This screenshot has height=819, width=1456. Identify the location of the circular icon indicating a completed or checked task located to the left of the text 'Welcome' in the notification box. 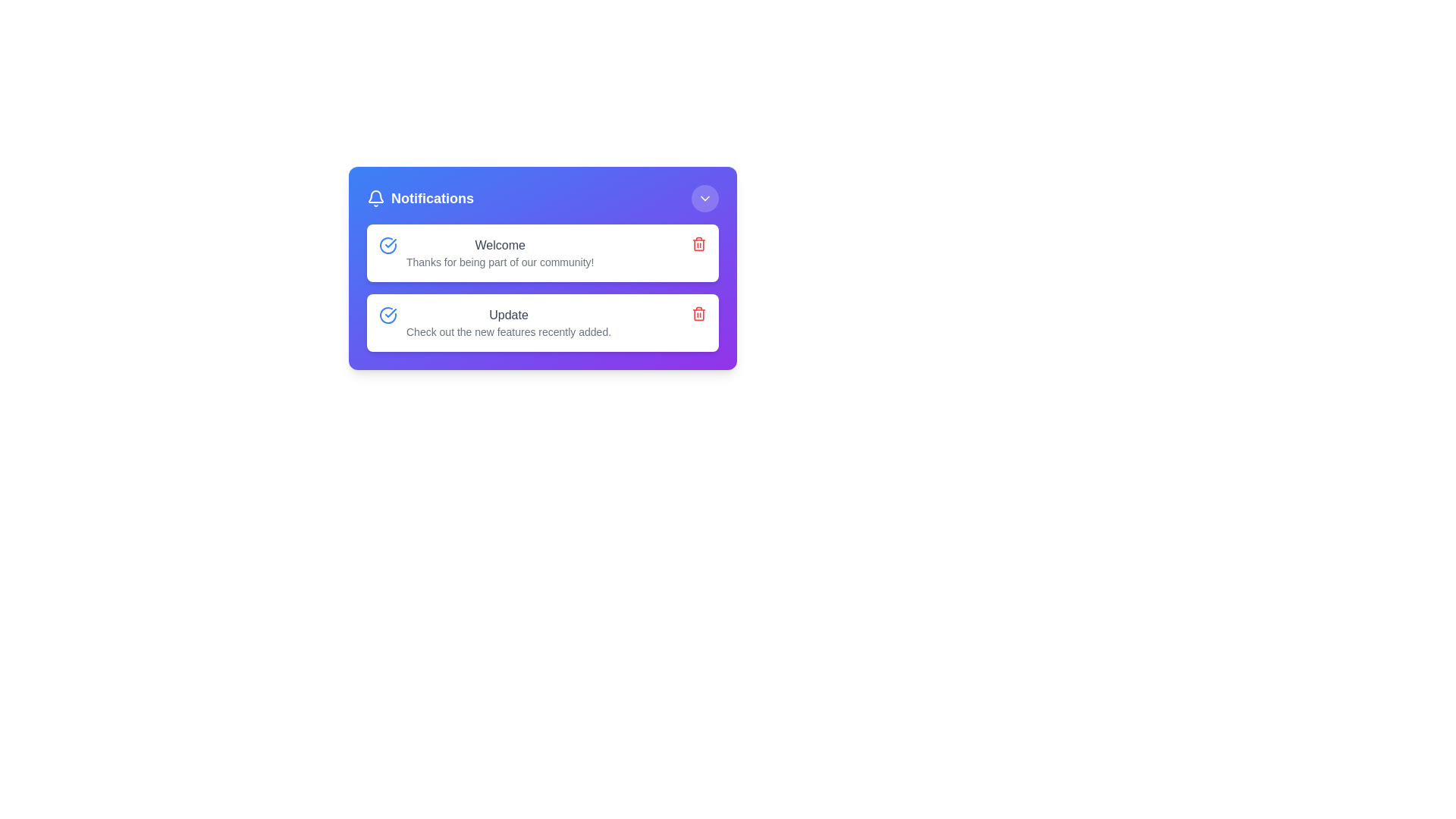
(391, 312).